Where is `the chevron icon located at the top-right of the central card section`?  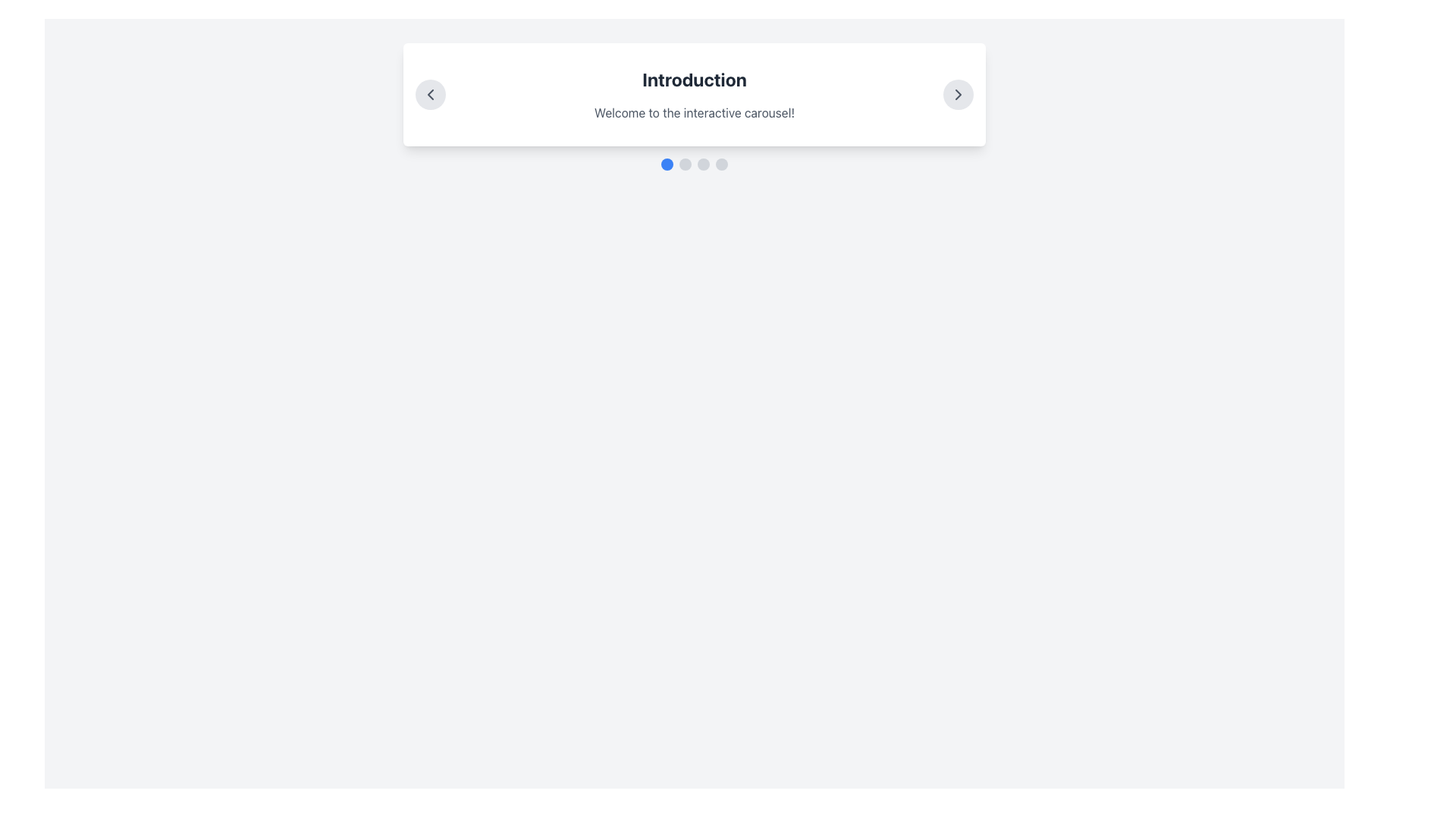
the chevron icon located at the top-right of the central card section is located at coordinates (957, 94).